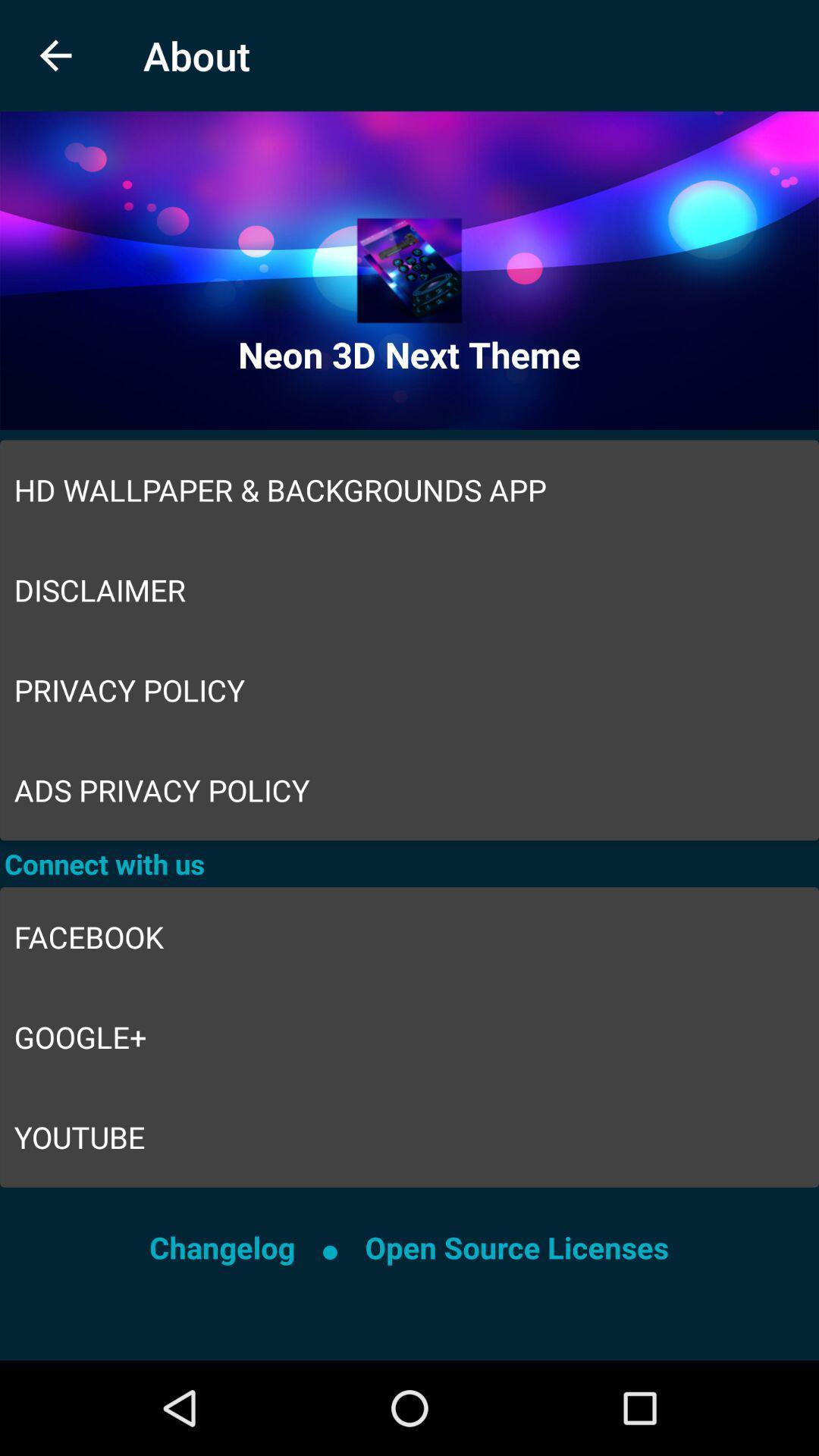 Image resolution: width=819 pixels, height=1456 pixels. I want to click on the hd wallpaper backgrounds item, so click(409, 490).